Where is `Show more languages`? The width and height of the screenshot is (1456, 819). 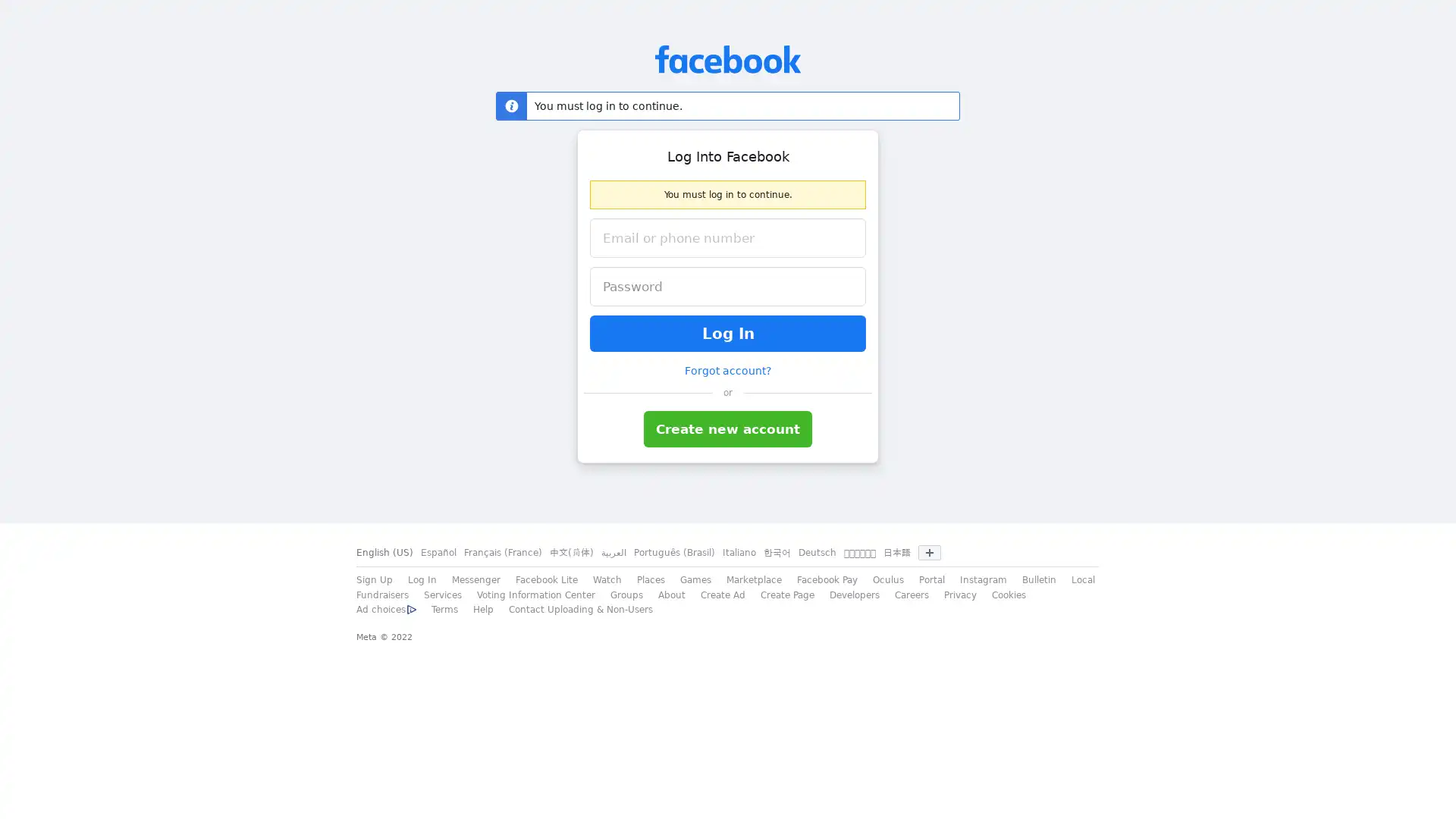 Show more languages is located at coordinates (928, 553).